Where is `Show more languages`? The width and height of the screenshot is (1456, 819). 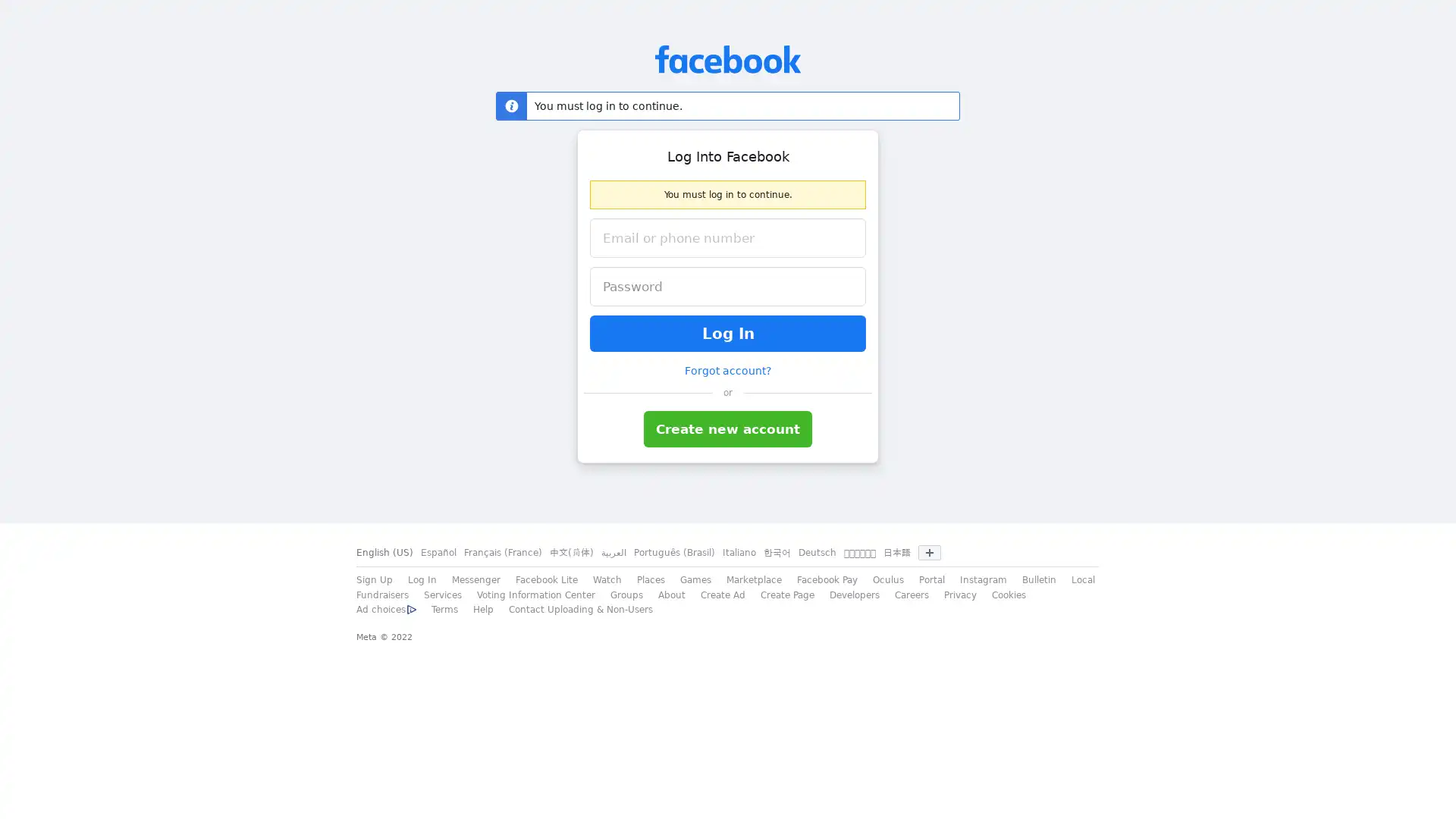 Show more languages is located at coordinates (928, 553).